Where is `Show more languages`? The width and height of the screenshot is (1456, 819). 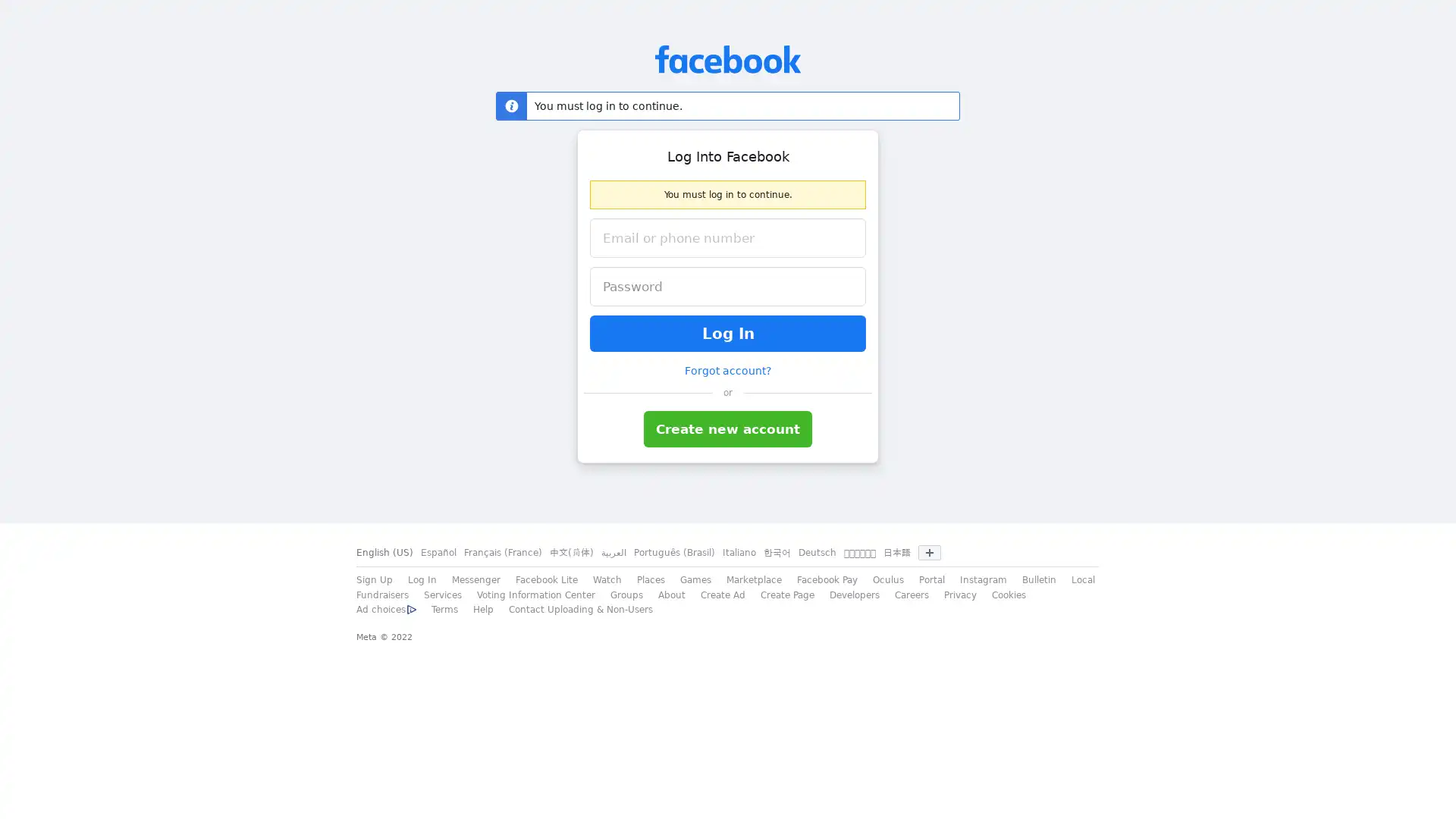 Show more languages is located at coordinates (928, 553).